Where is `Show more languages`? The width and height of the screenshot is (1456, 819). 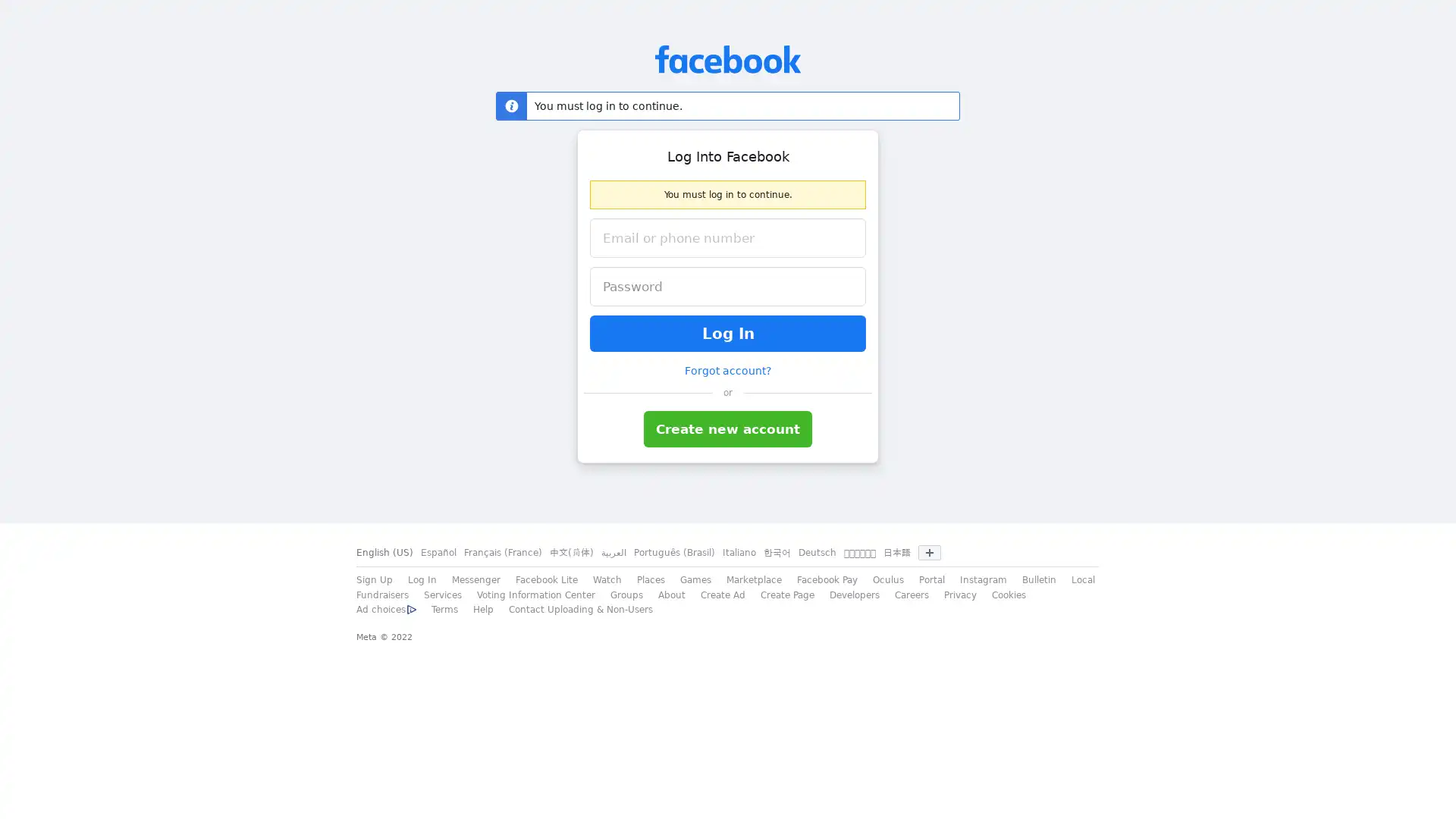 Show more languages is located at coordinates (928, 553).